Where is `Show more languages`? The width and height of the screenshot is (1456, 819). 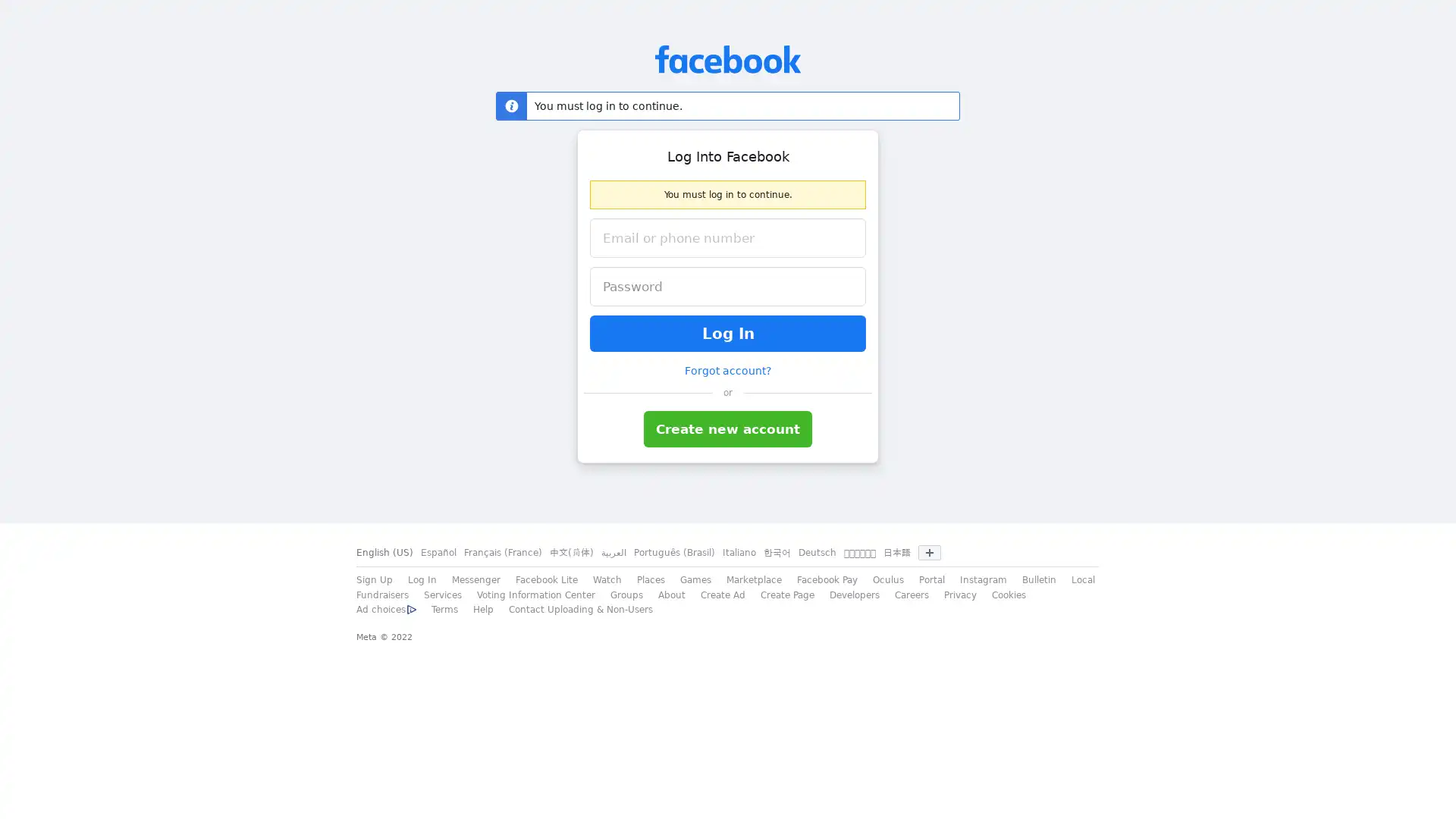 Show more languages is located at coordinates (928, 553).